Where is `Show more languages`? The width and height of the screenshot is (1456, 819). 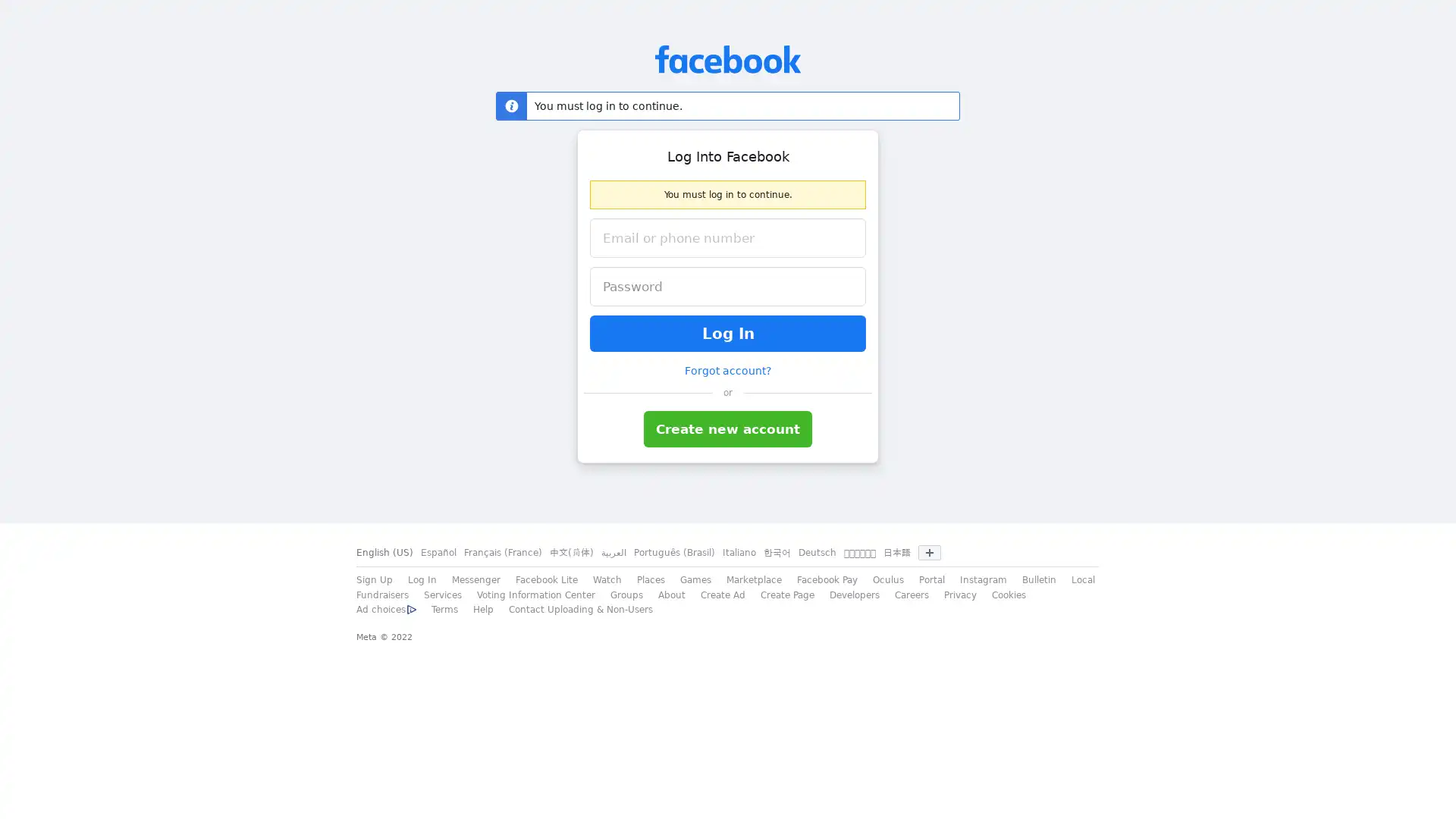 Show more languages is located at coordinates (928, 553).